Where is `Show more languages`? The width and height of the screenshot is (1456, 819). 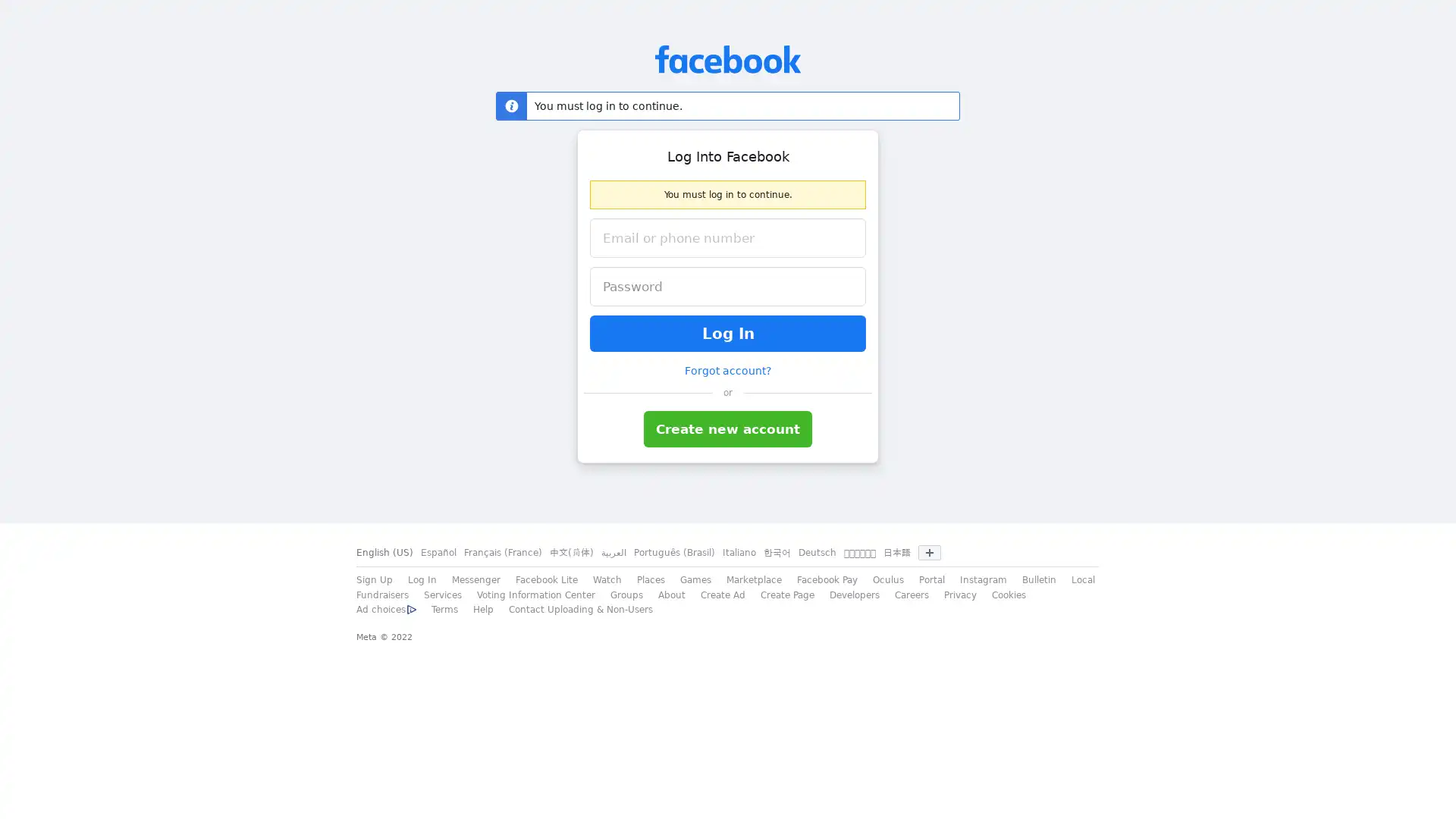 Show more languages is located at coordinates (928, 553).